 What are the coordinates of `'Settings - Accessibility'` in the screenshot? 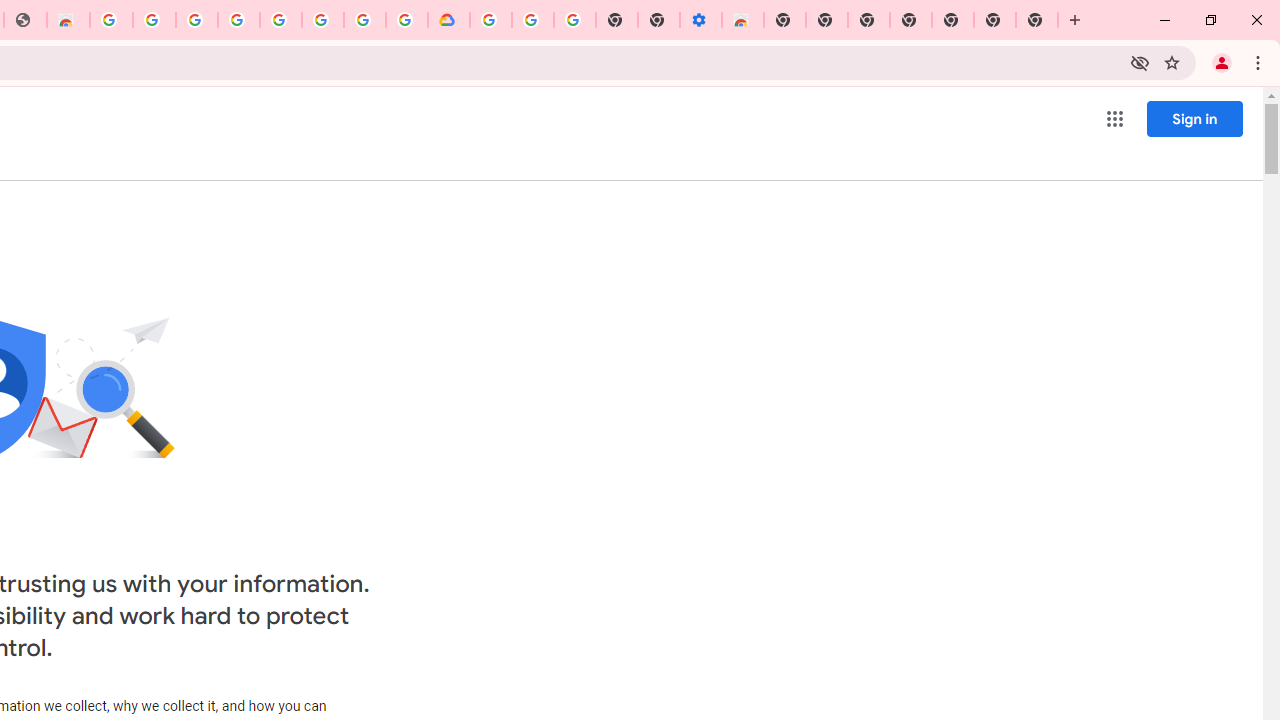 It's located at (700, 20).